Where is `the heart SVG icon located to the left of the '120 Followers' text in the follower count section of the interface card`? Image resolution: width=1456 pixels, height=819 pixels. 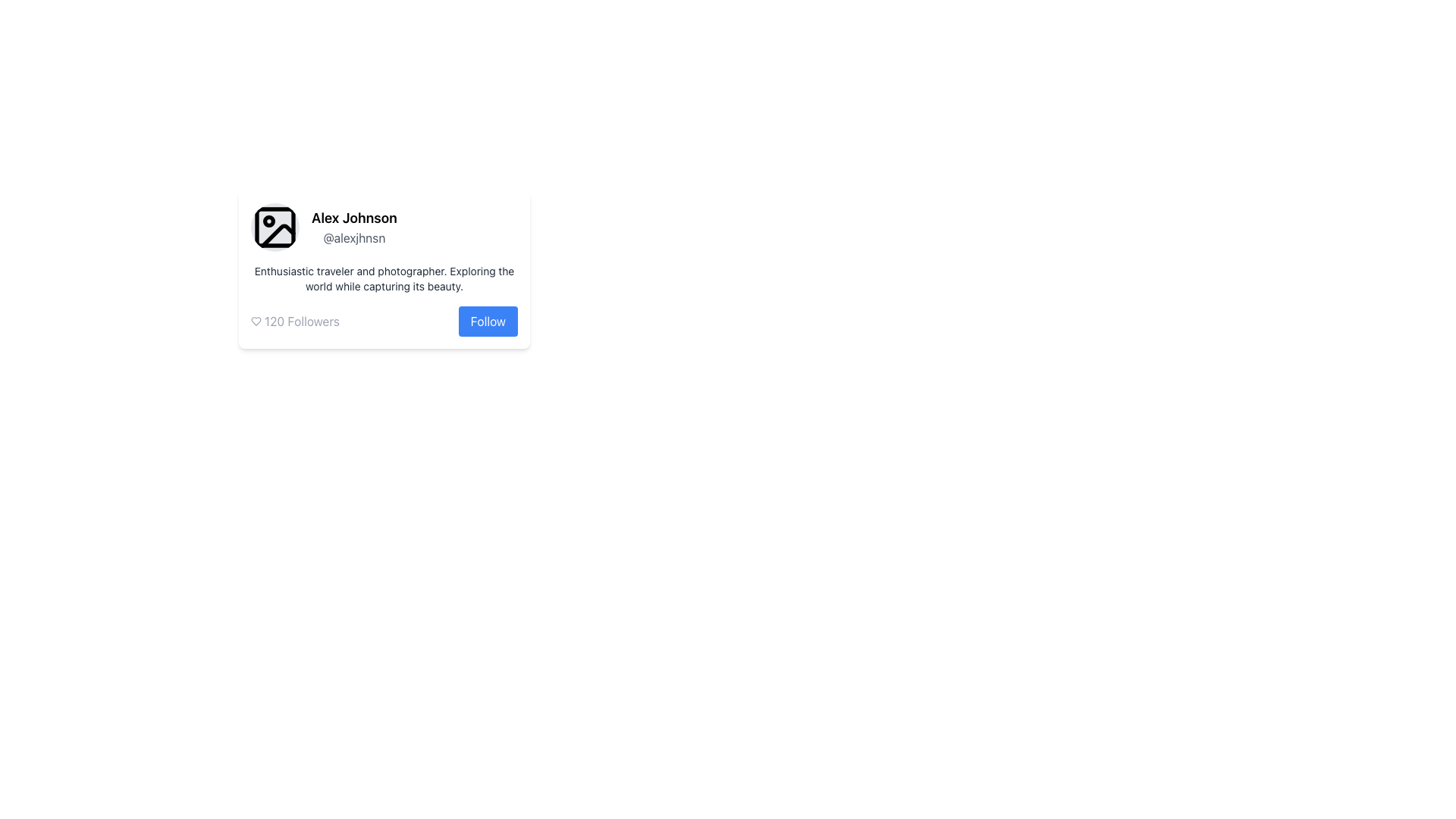 the heart SVG icon located to the left of the '120 Followers' text in the follower count section of the interface card is located at coordinates (256, 321).